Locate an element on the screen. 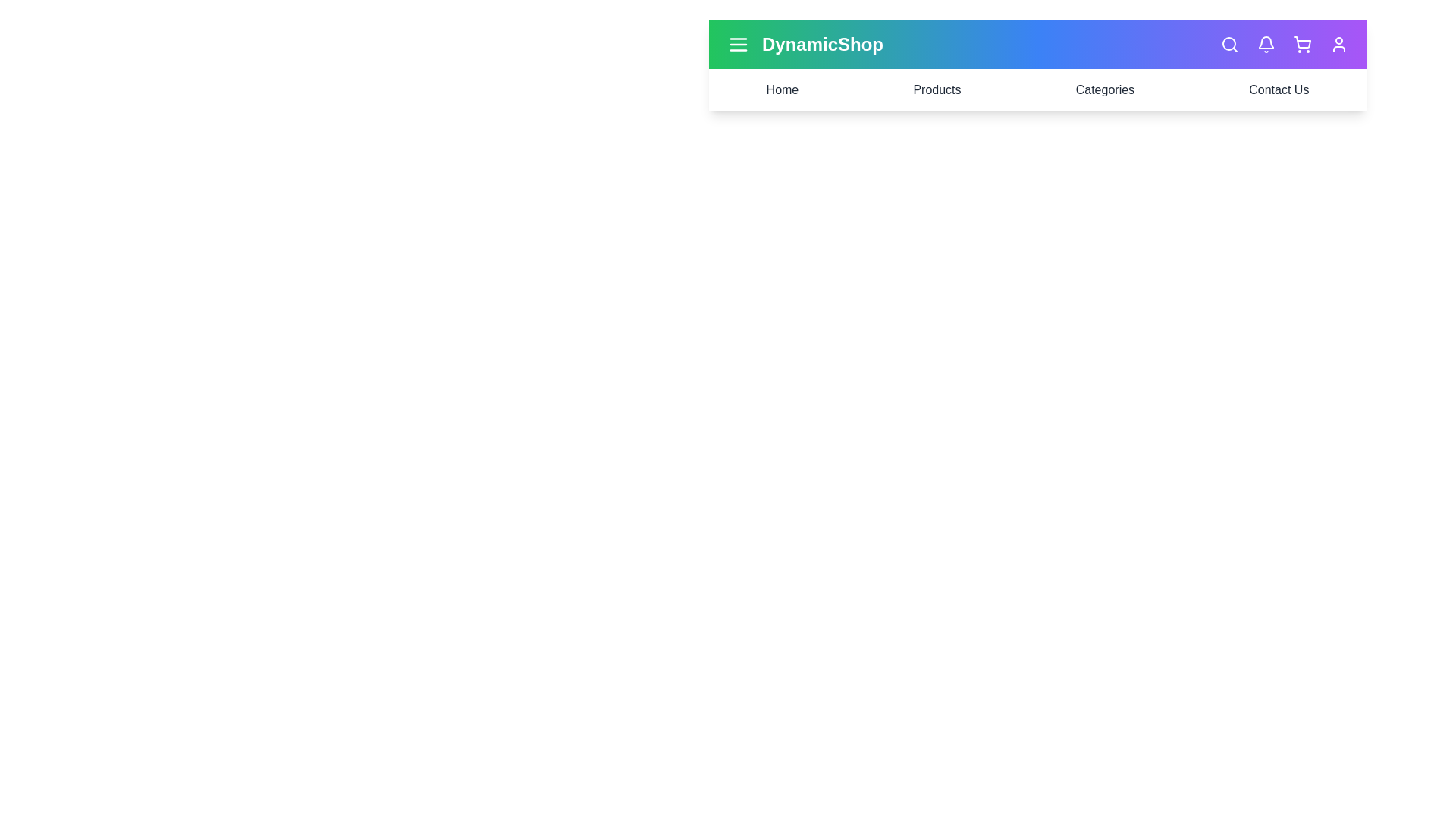 Image resolution: width=1456 pixels, height=819 pixels. the center of the title text 'DynamicShop' to select it is located at coordinates (821, 43).